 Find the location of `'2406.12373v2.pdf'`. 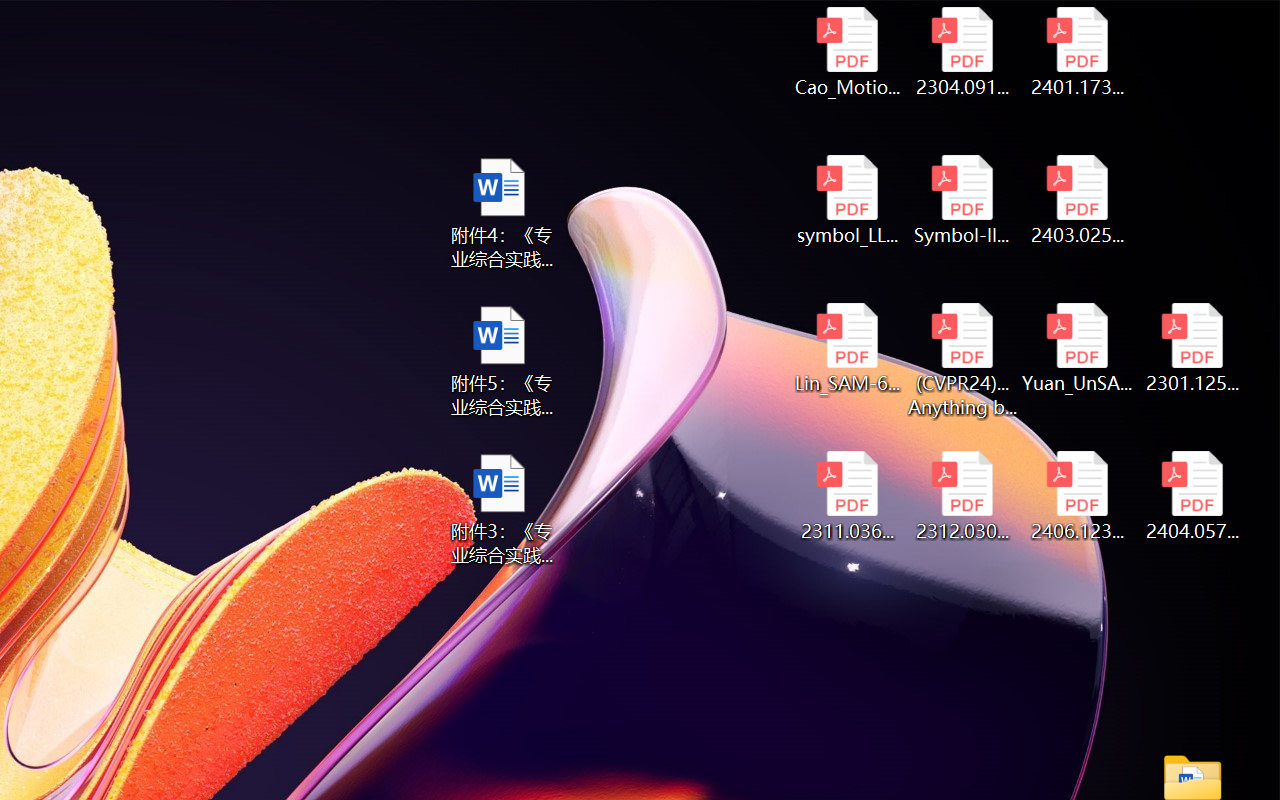

'2406.12373v2.pdf' is located at coordinates (1076, 496).